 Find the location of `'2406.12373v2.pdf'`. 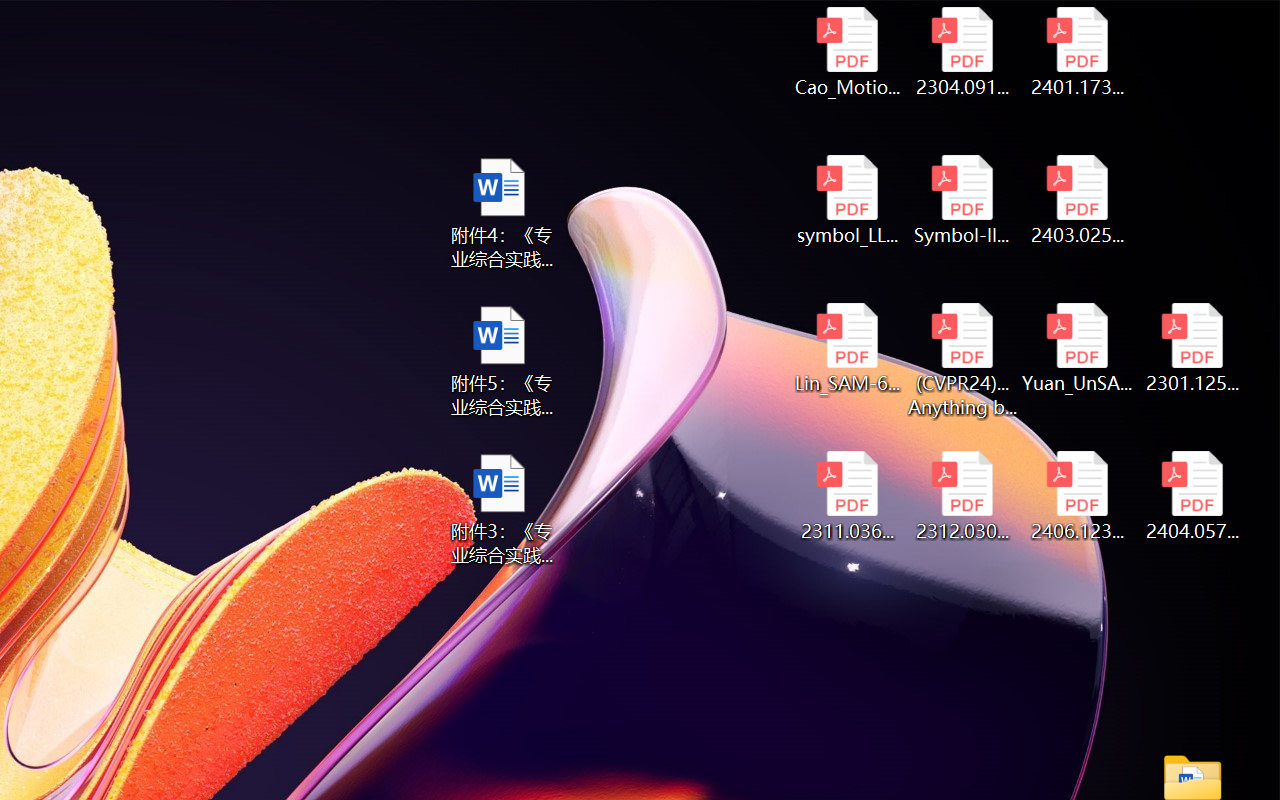

'2406.12373v2.pdf' is located at coordinates (1076, 496).